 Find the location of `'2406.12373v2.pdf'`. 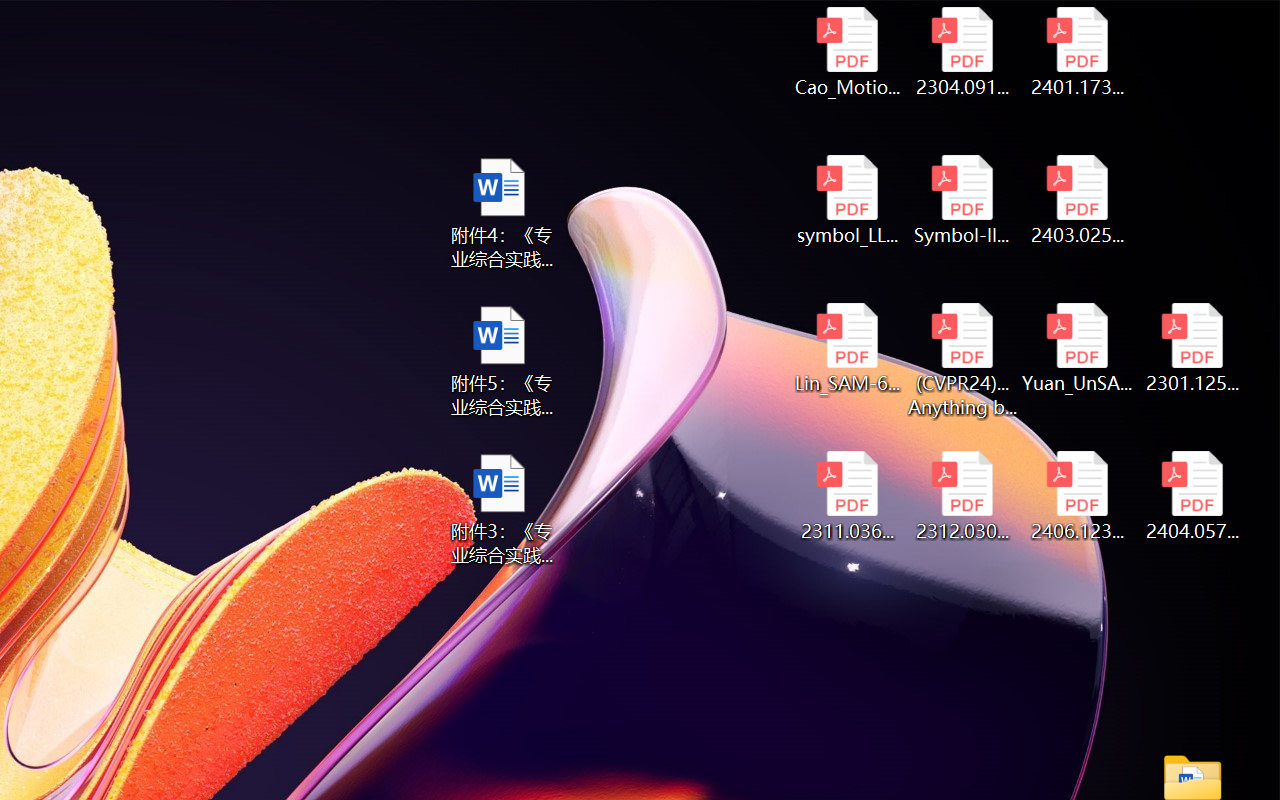

'2406.12373v2.pdf' is located at coordinates (1076, 496).